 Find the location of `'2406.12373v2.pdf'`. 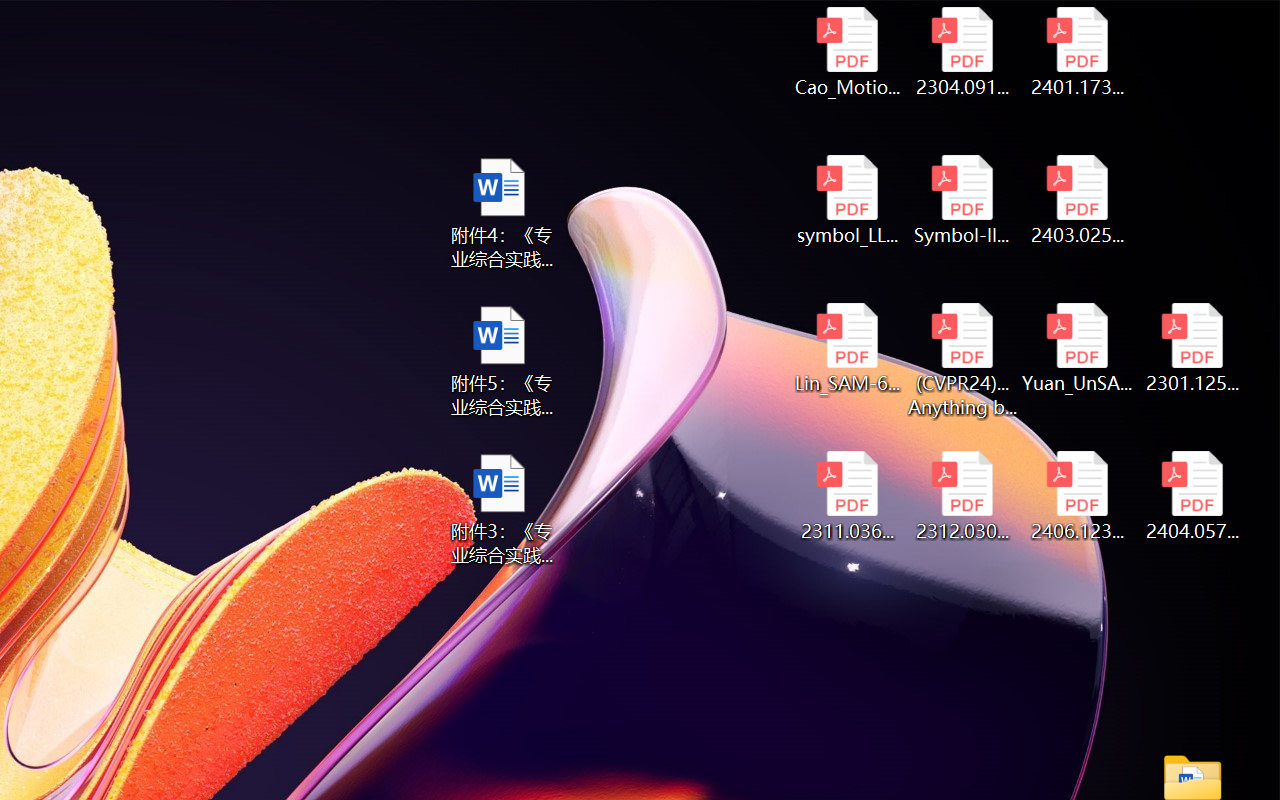

'2406.12373v2.pdf' is located at coordinates (1076, 496).